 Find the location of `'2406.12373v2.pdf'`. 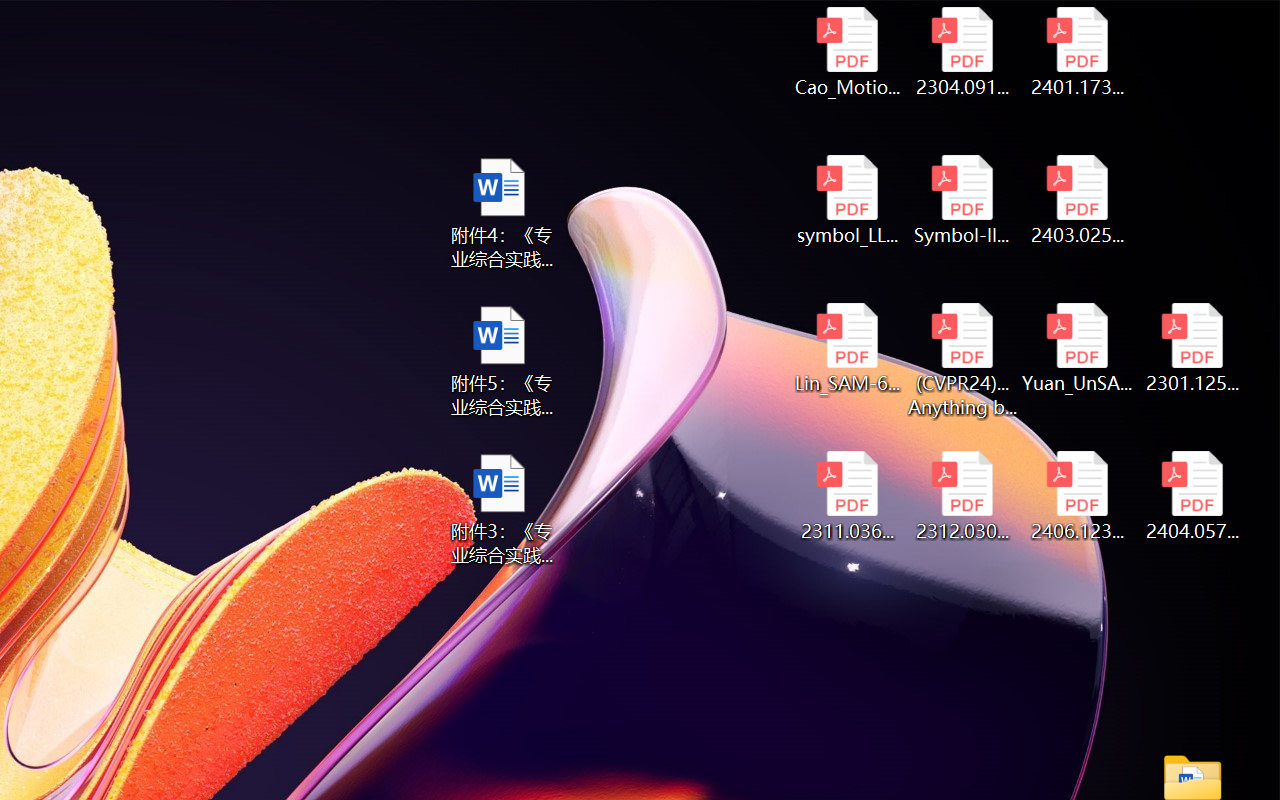

'2406.12373v2.pdf' is located at coordinates (1076, 496).